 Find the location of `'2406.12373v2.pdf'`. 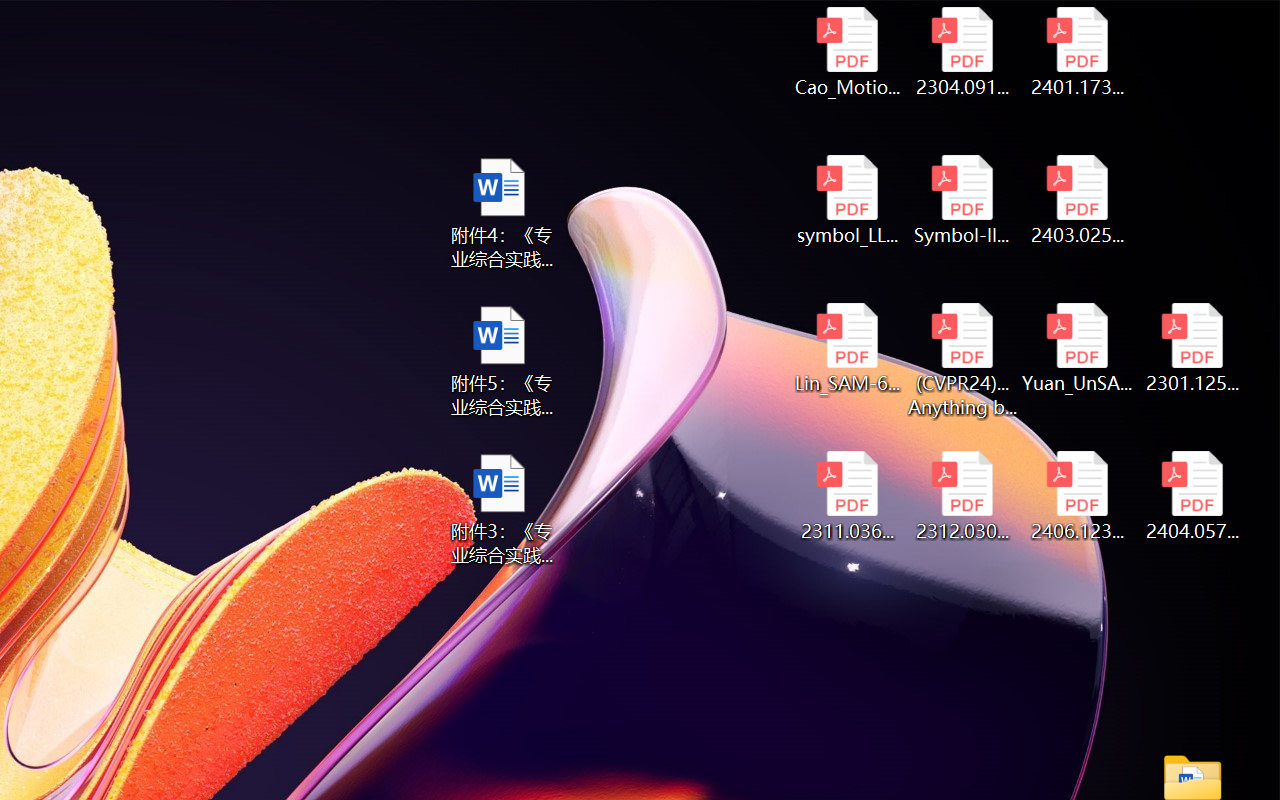

'2406.12373v2.pdf' is located at coordinates (1076, 496).